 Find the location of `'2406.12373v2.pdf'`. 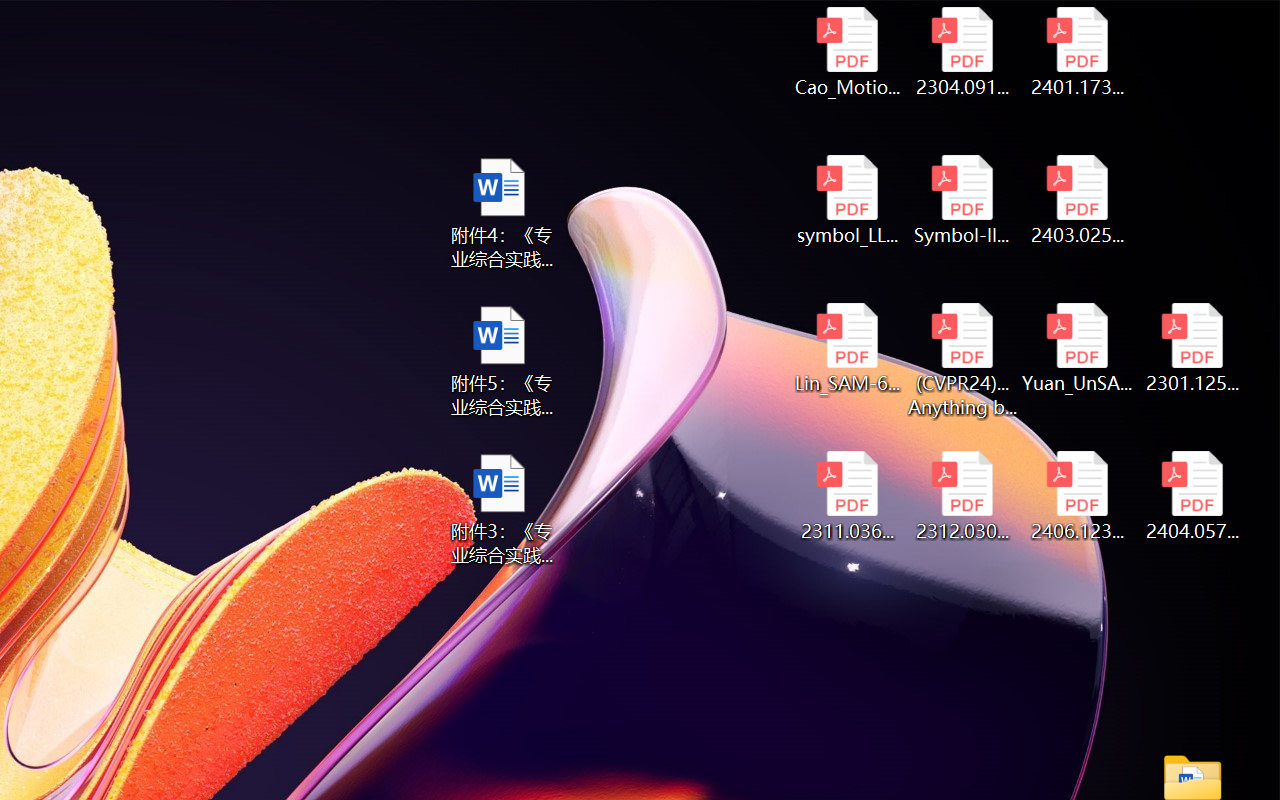

'2406.12373v2.pdf' is located at coordinates (1076, 496).